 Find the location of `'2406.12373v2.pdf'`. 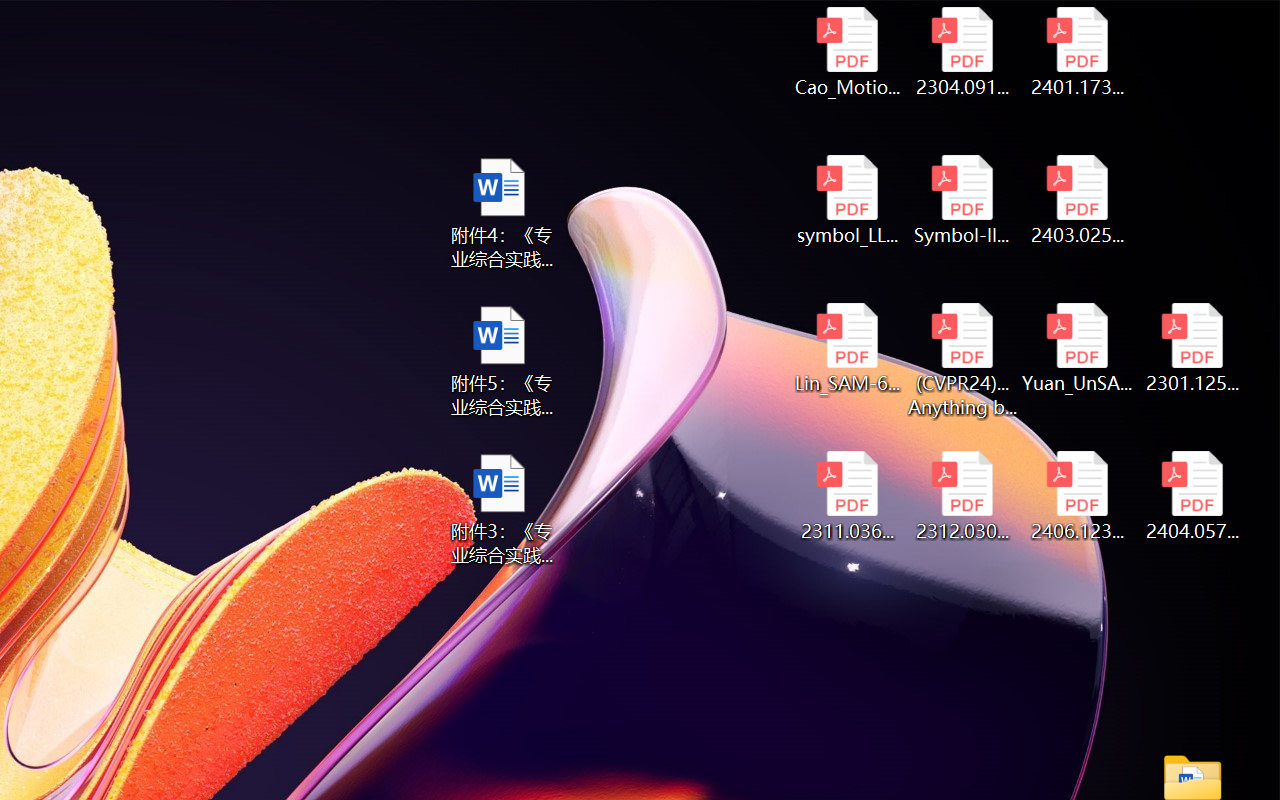

'2406.12373v2.pdf' is located at coordinates (1076, 496).